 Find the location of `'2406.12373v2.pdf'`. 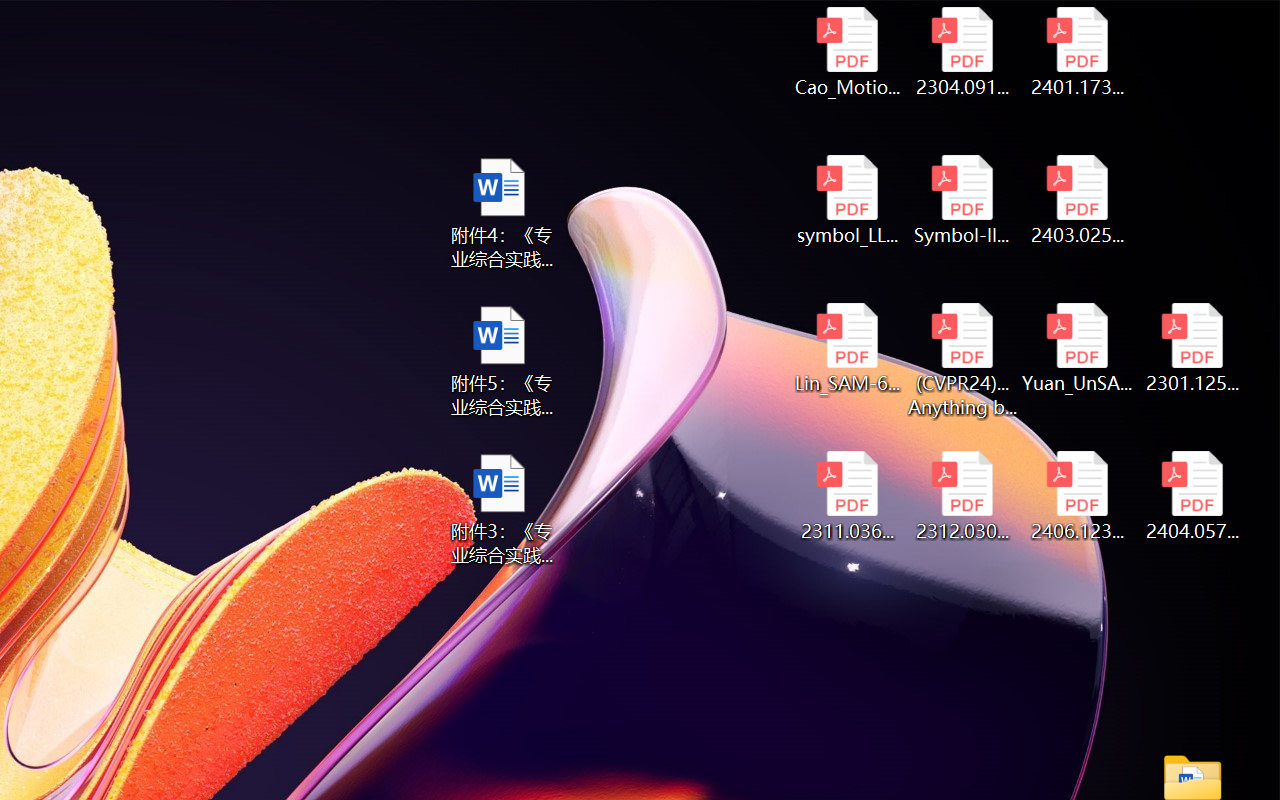

'2406.12373v2.pdf' is located at coordinates (1076, 496).